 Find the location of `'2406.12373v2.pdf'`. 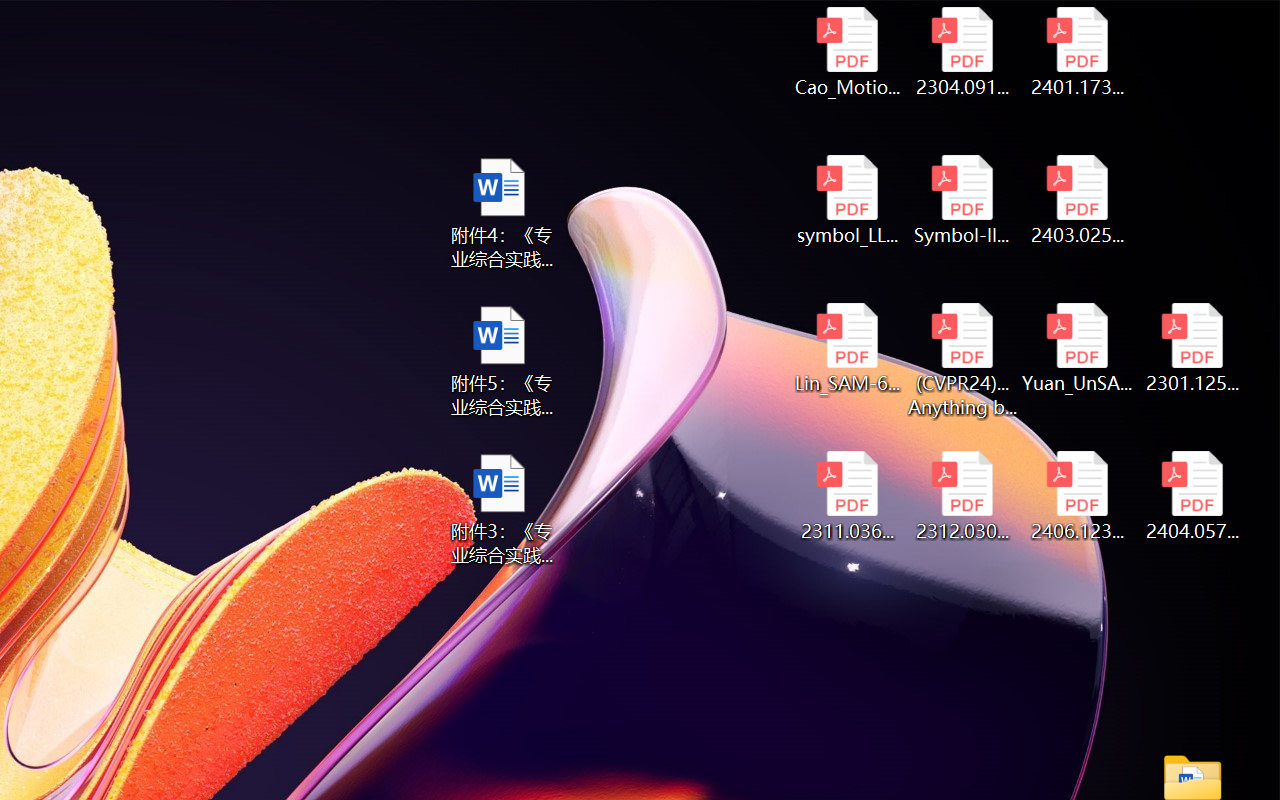

'2406.12373v2.pdf' is located at coordinates (1076, 496).